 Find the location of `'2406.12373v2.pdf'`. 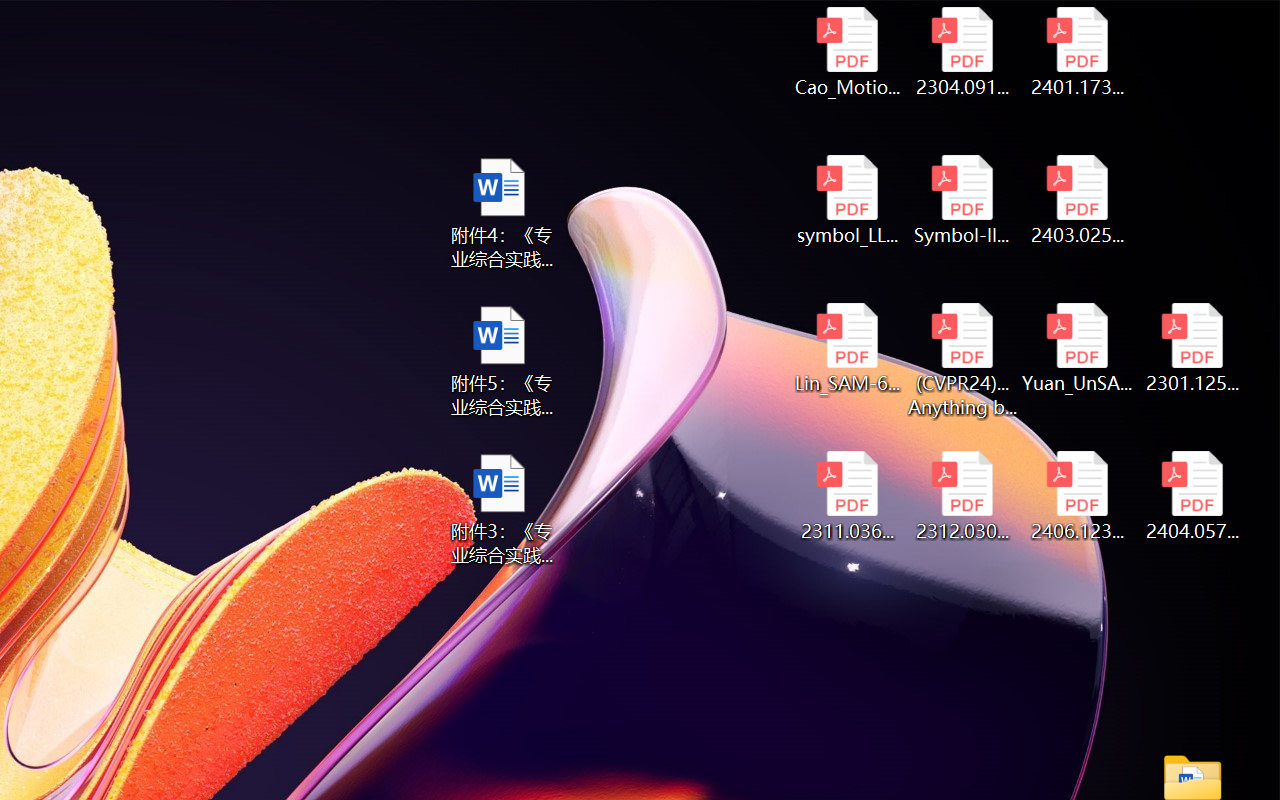

'2406.12373v2.pdf' is located at coordinates (1076, 496).